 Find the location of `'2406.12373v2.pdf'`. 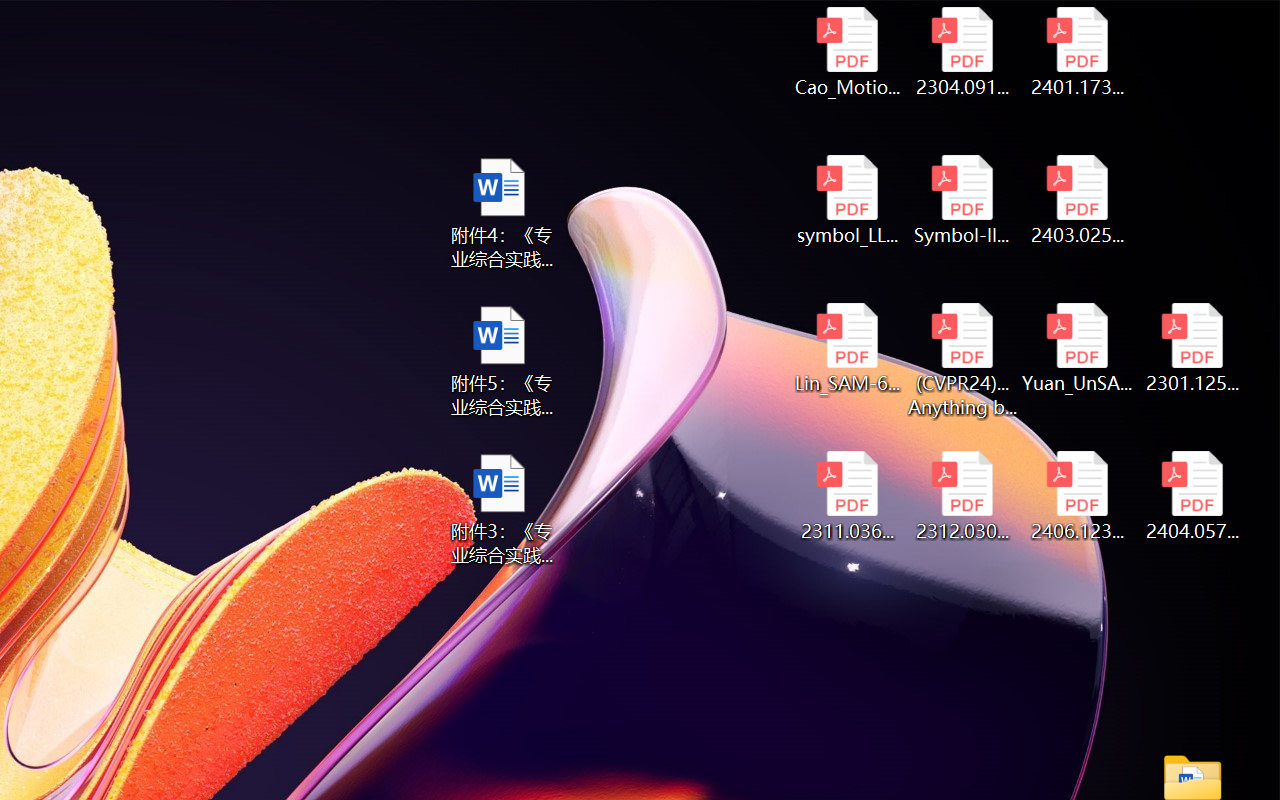

'2406.12373v2.pdf' is located at coordinates (1076, 496).